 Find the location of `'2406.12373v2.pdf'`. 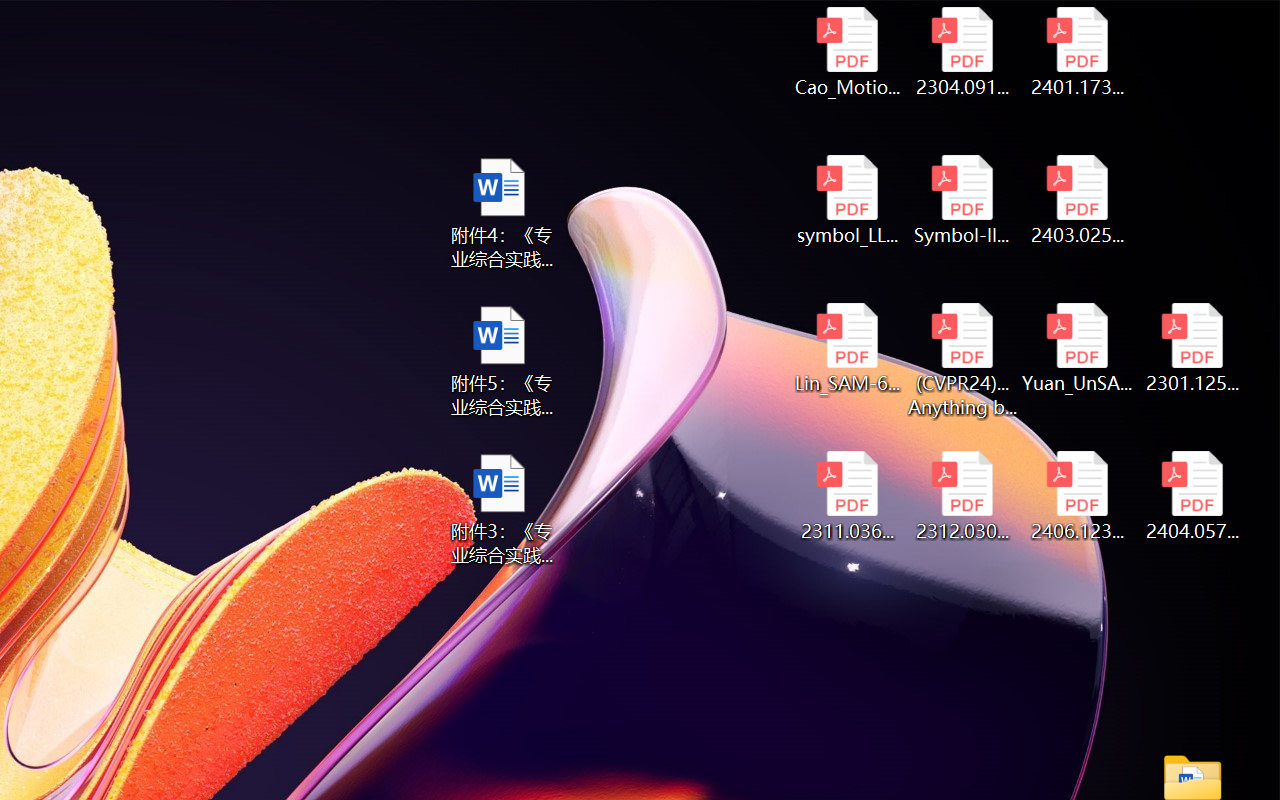

'2406.12373v2.pdf' is located at coordinates (1076, 496).